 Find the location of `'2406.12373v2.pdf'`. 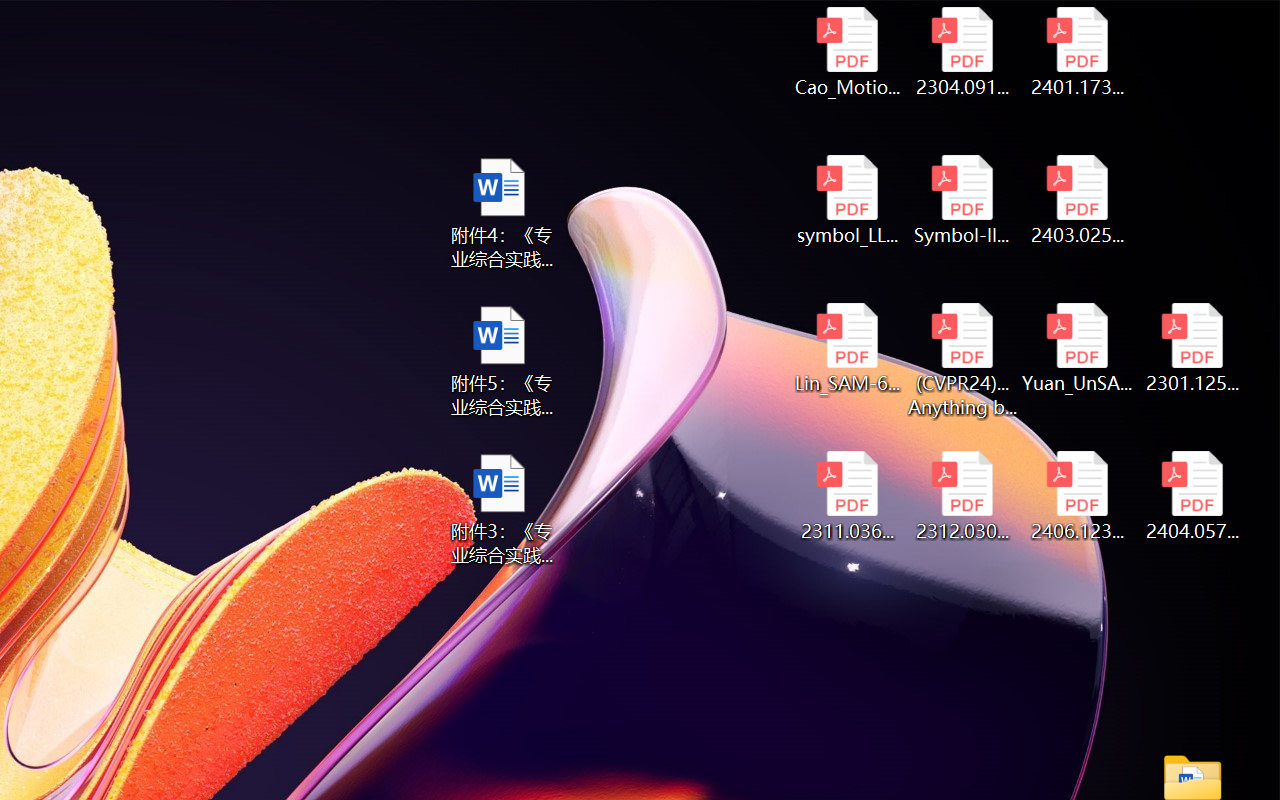

'2406.12373v2.pdf' is located at coordinates (1076, 496).